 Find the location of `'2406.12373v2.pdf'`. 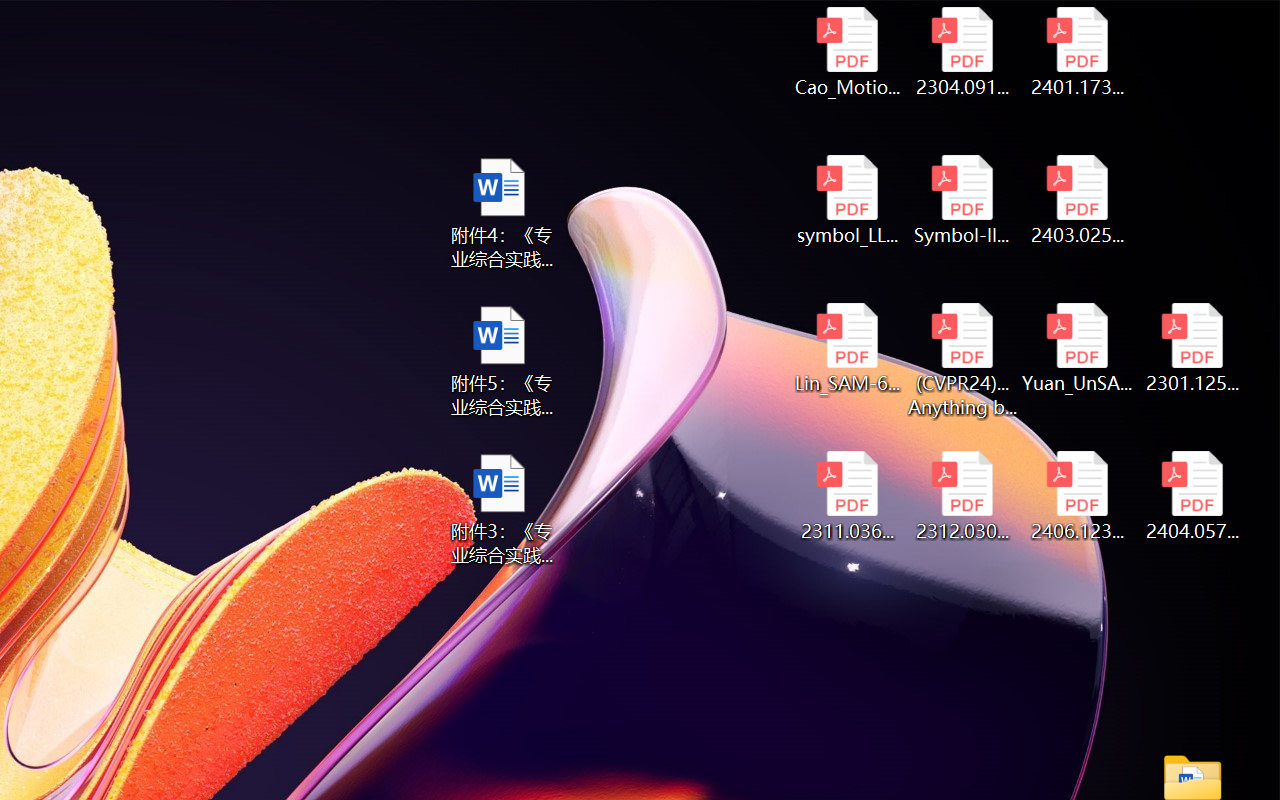

'2406.12373v2.pdf' is located at coordinates (1076, 496).